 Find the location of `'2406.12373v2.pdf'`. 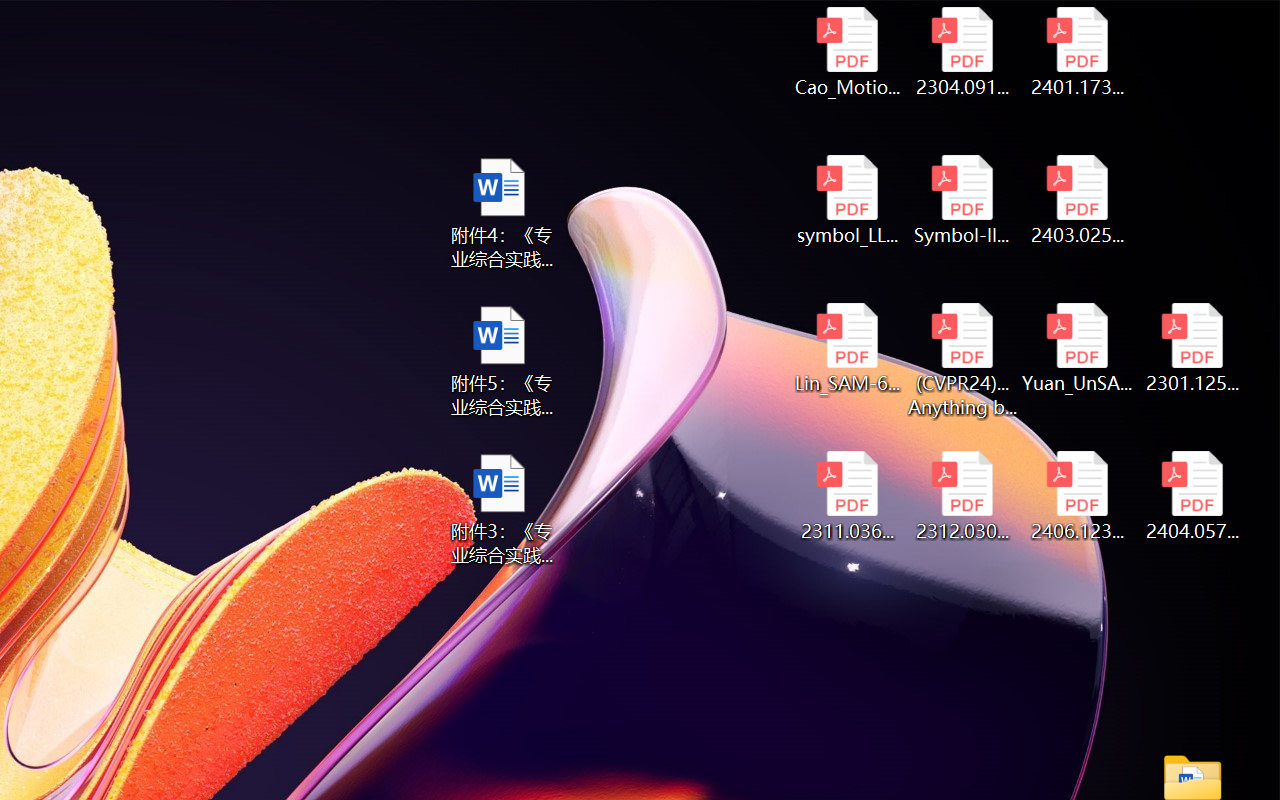

'2406.12373v2.pdf' is located at coordinates (1076, 496).